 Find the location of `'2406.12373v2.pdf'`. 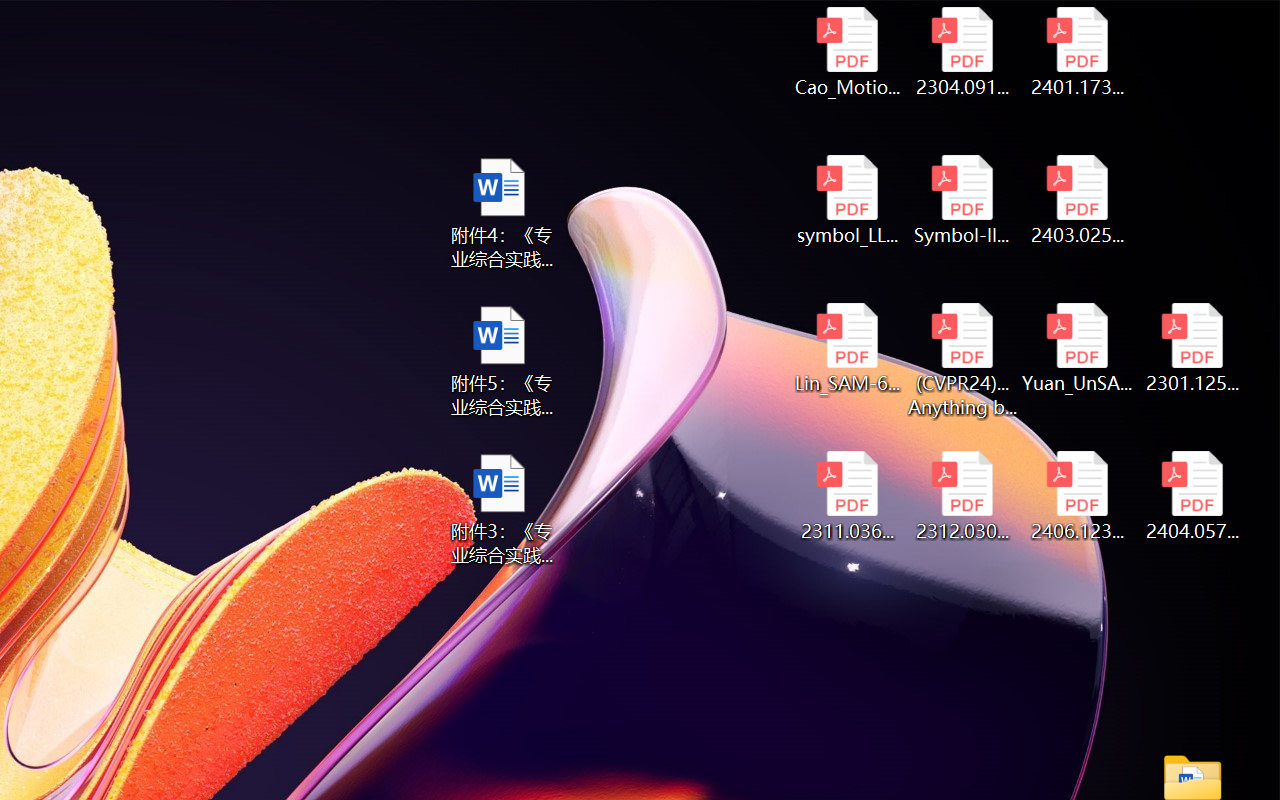

'2406.12373v2.pdf' is located at coordinates (1076, 496).